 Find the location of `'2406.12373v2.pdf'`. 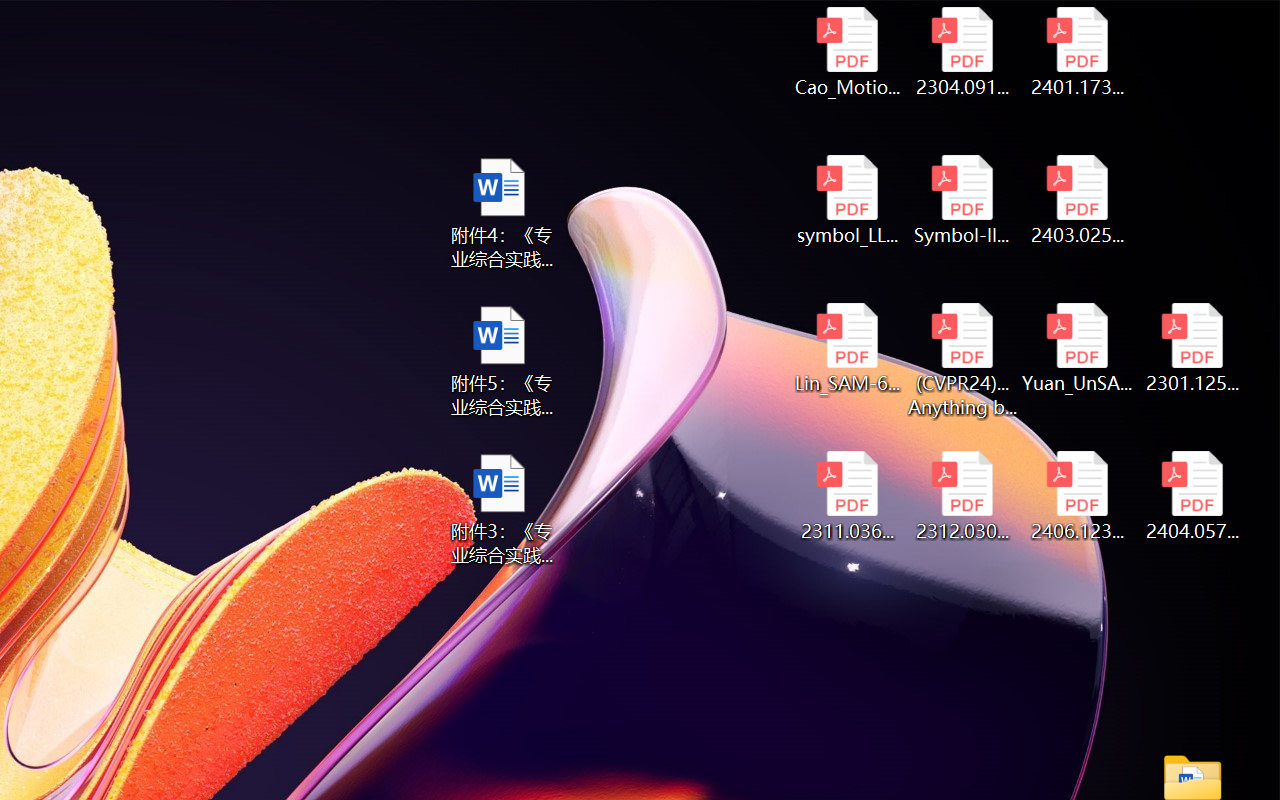

'2406.12373v2.pdf' is located at coordinates (1076, 496).